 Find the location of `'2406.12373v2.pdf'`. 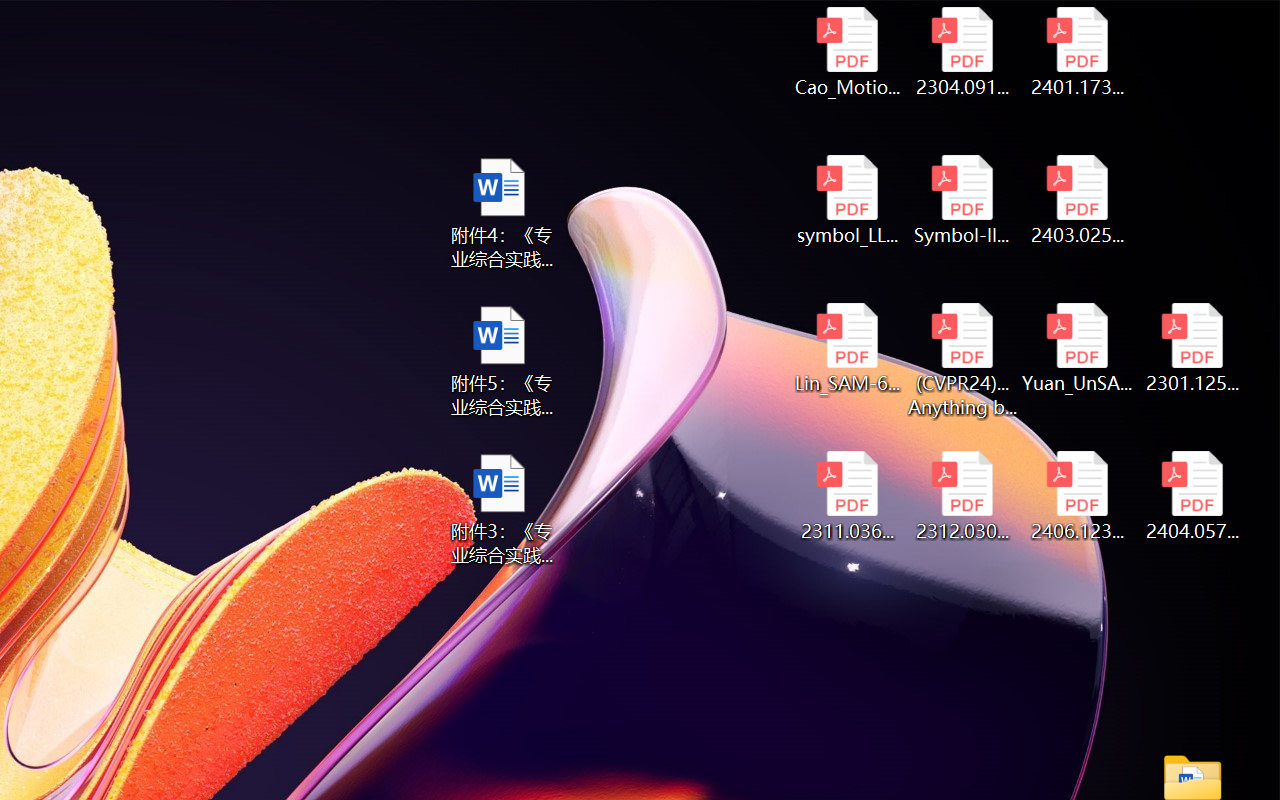

'2406.12373v2.pdf' is located at coordinates (1076, 496).